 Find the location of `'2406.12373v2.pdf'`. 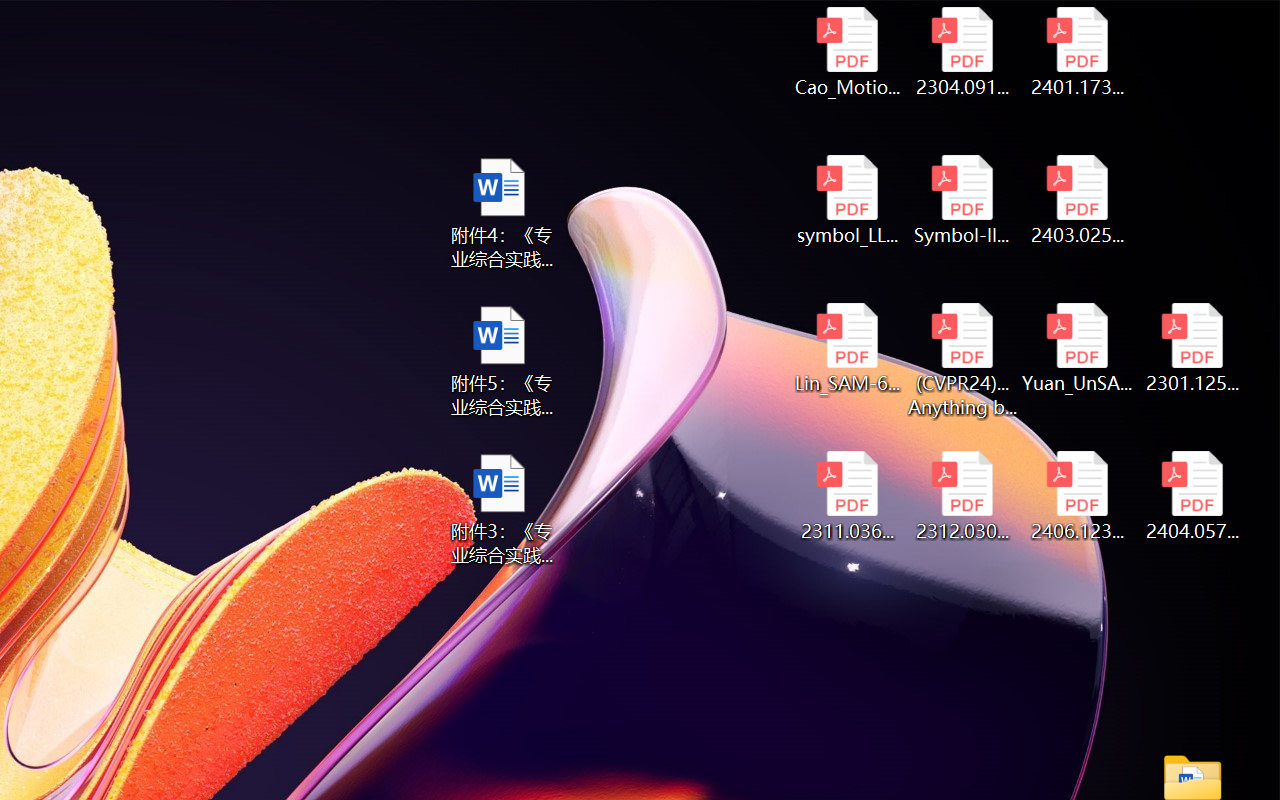

'2406.12373v2.pdf' is located at coordinates (1076, 496).